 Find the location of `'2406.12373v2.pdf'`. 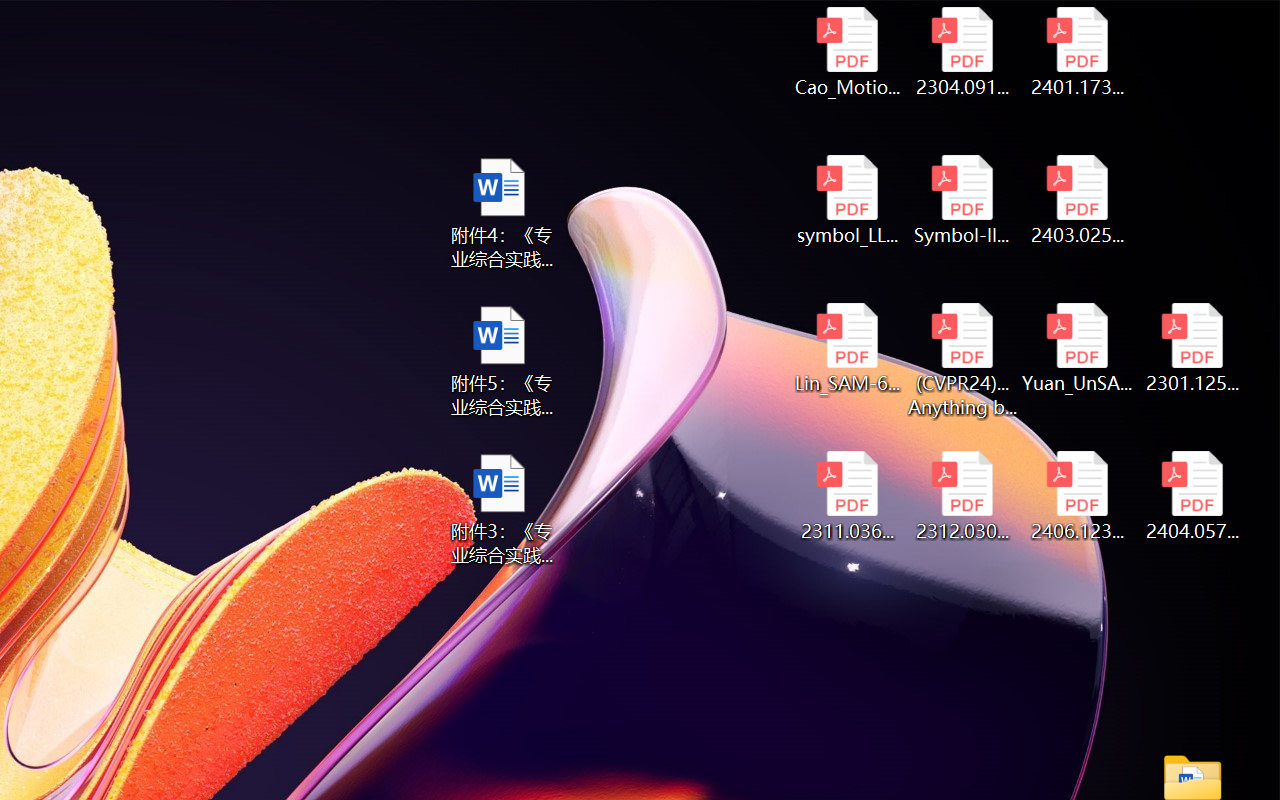

'2406.12373v2.pdf' is located at coordinates (1076, 496).